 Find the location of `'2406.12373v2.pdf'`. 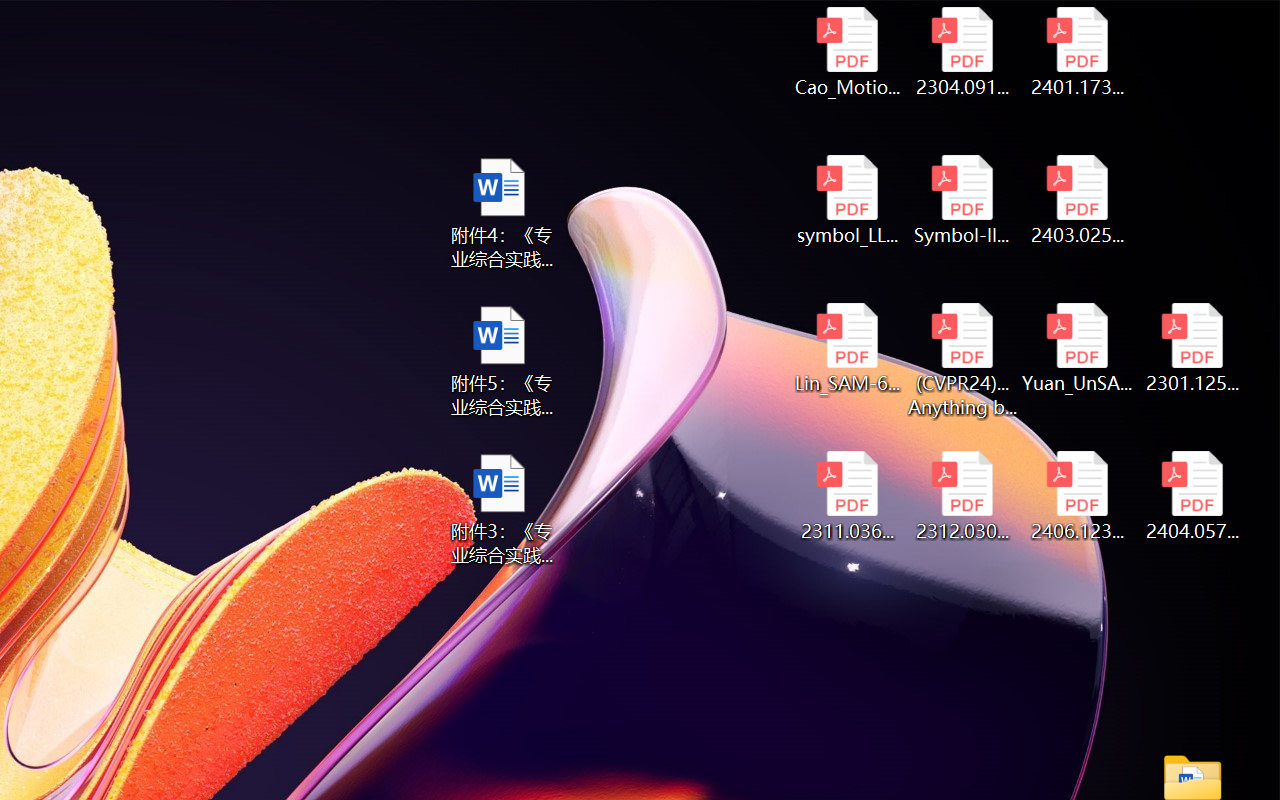

'2406.12373v2.pdf' is located at coordinates (1076, 496).